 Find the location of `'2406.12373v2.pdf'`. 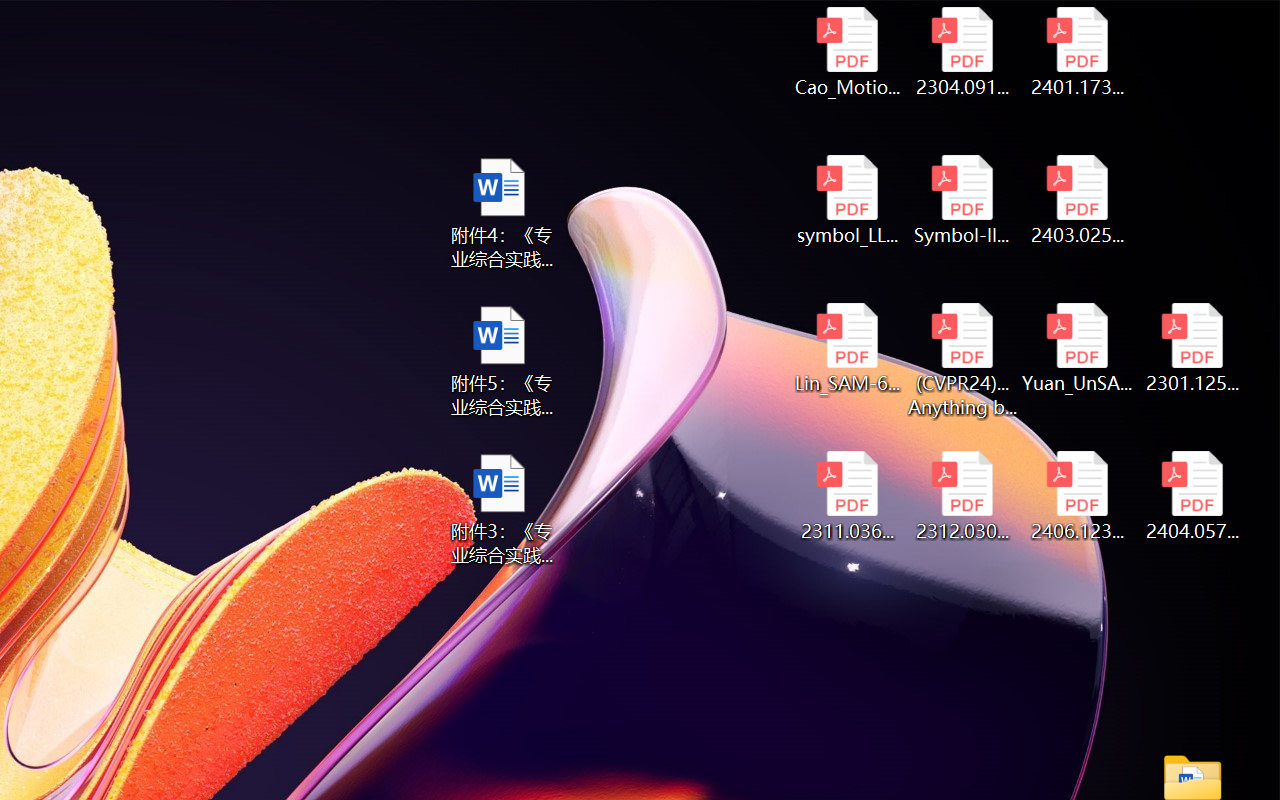

'2406.12373v2.pdf' is located at coordinates (1076, 496).